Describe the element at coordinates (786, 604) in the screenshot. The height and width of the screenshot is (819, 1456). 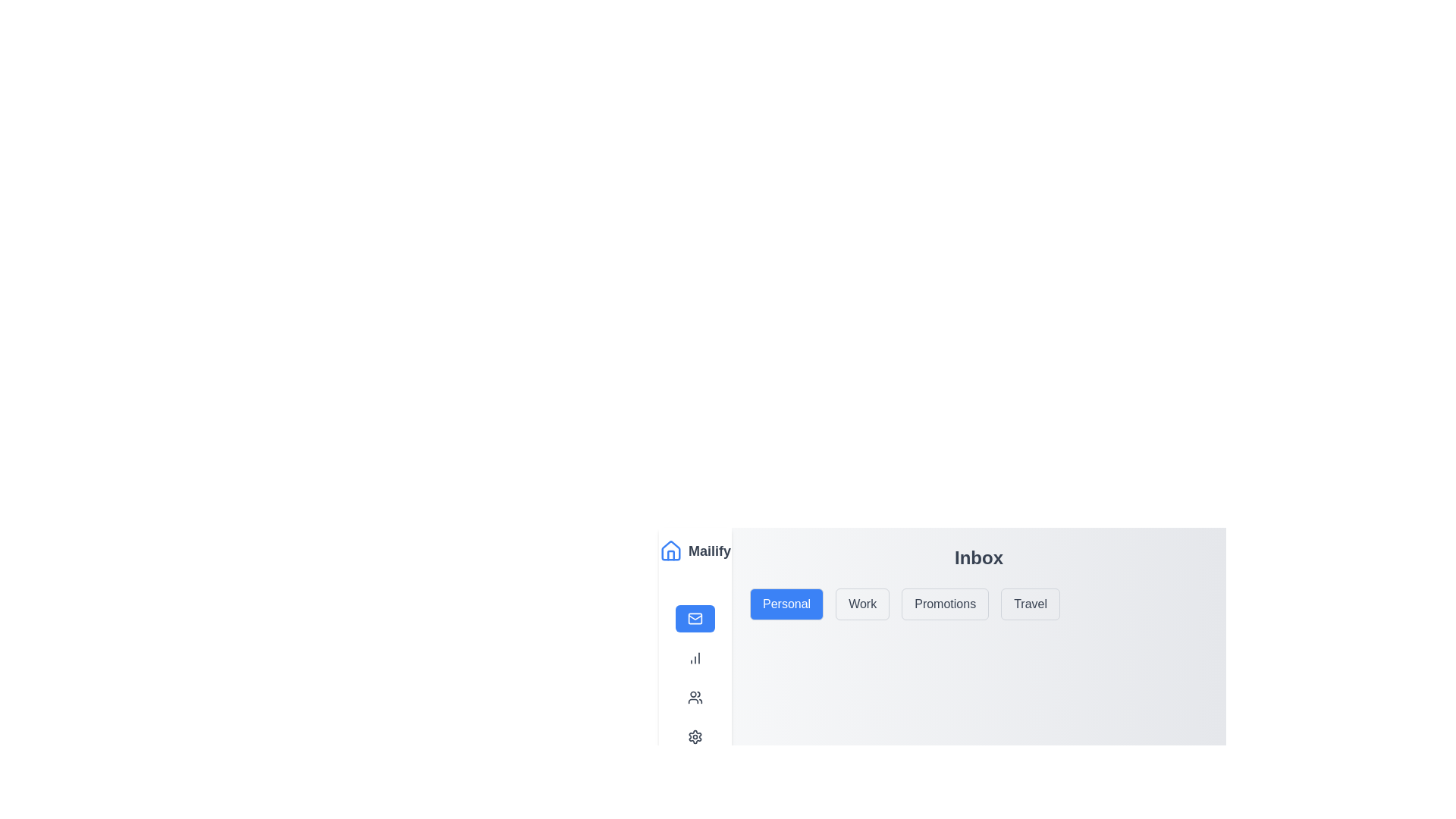
I see `the 'Personal' category selector button located at the leftmost position in a row of four buttons` at that location.